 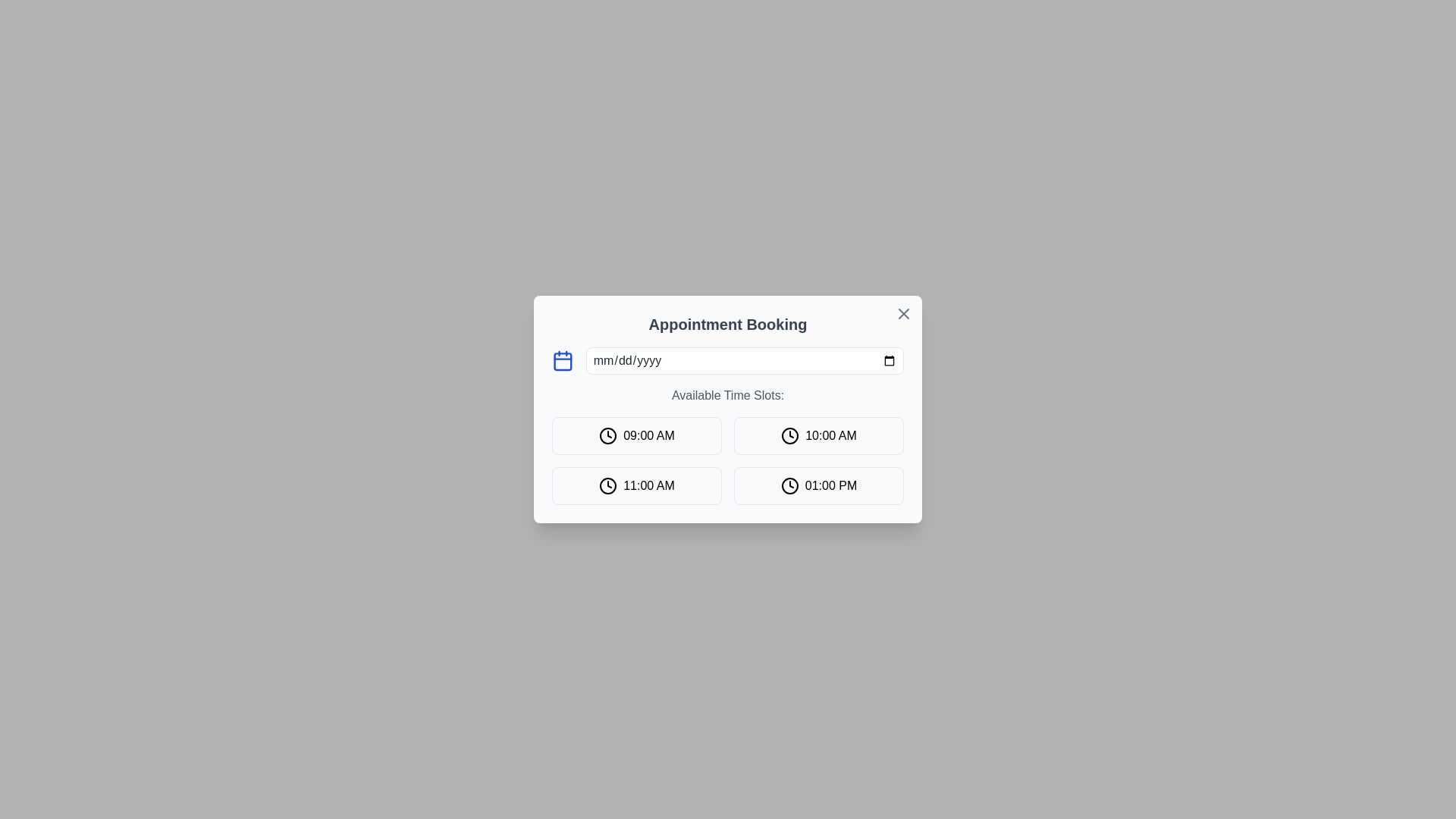 I want to click on the clock icon located within the '09:00 AM' time slot card in the appointment booking interface for visual reference, so click(x=608, y=435).